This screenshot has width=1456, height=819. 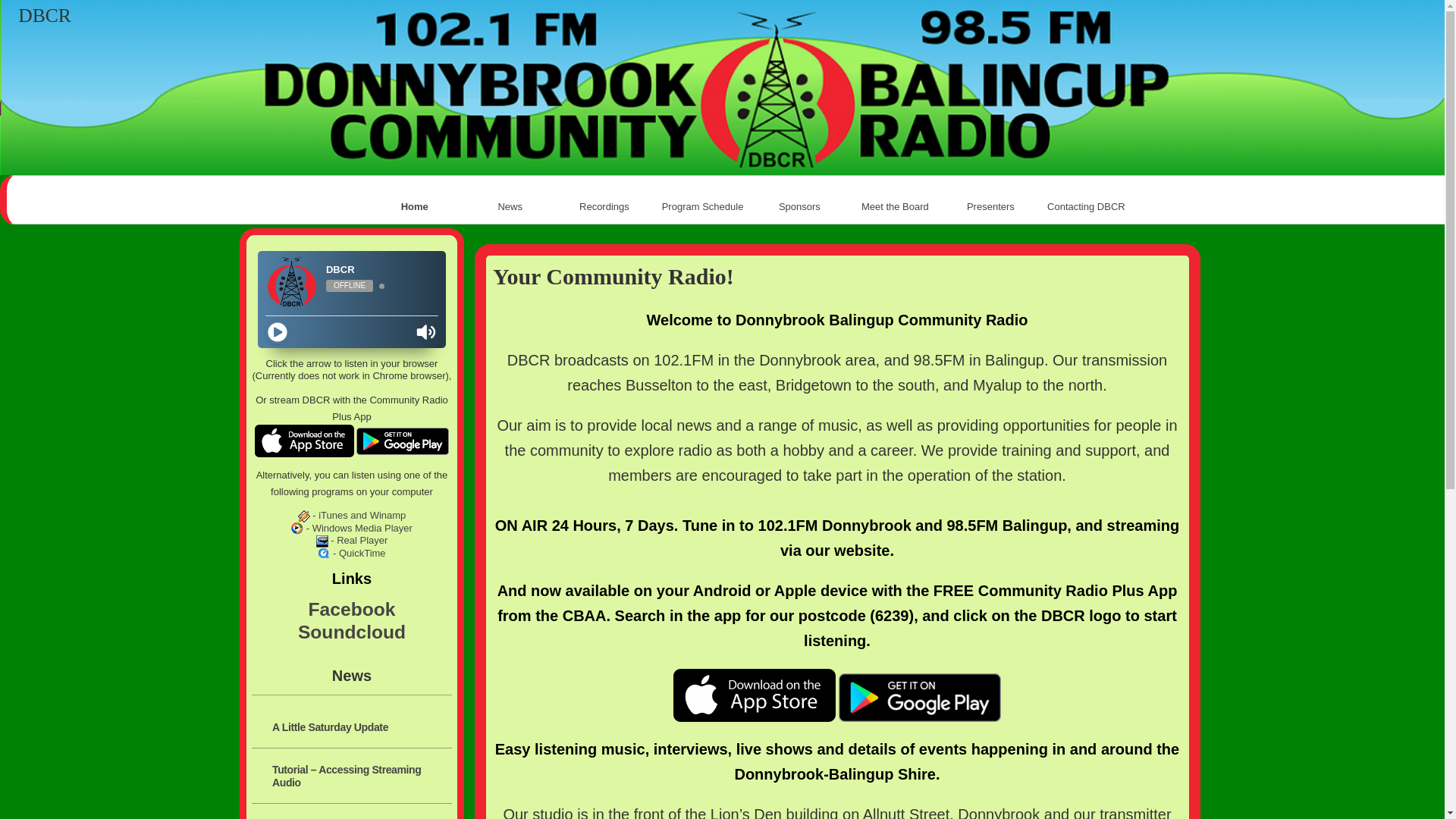 I want to click on 'Winamp, iTunes', so click(x=303, y=516).